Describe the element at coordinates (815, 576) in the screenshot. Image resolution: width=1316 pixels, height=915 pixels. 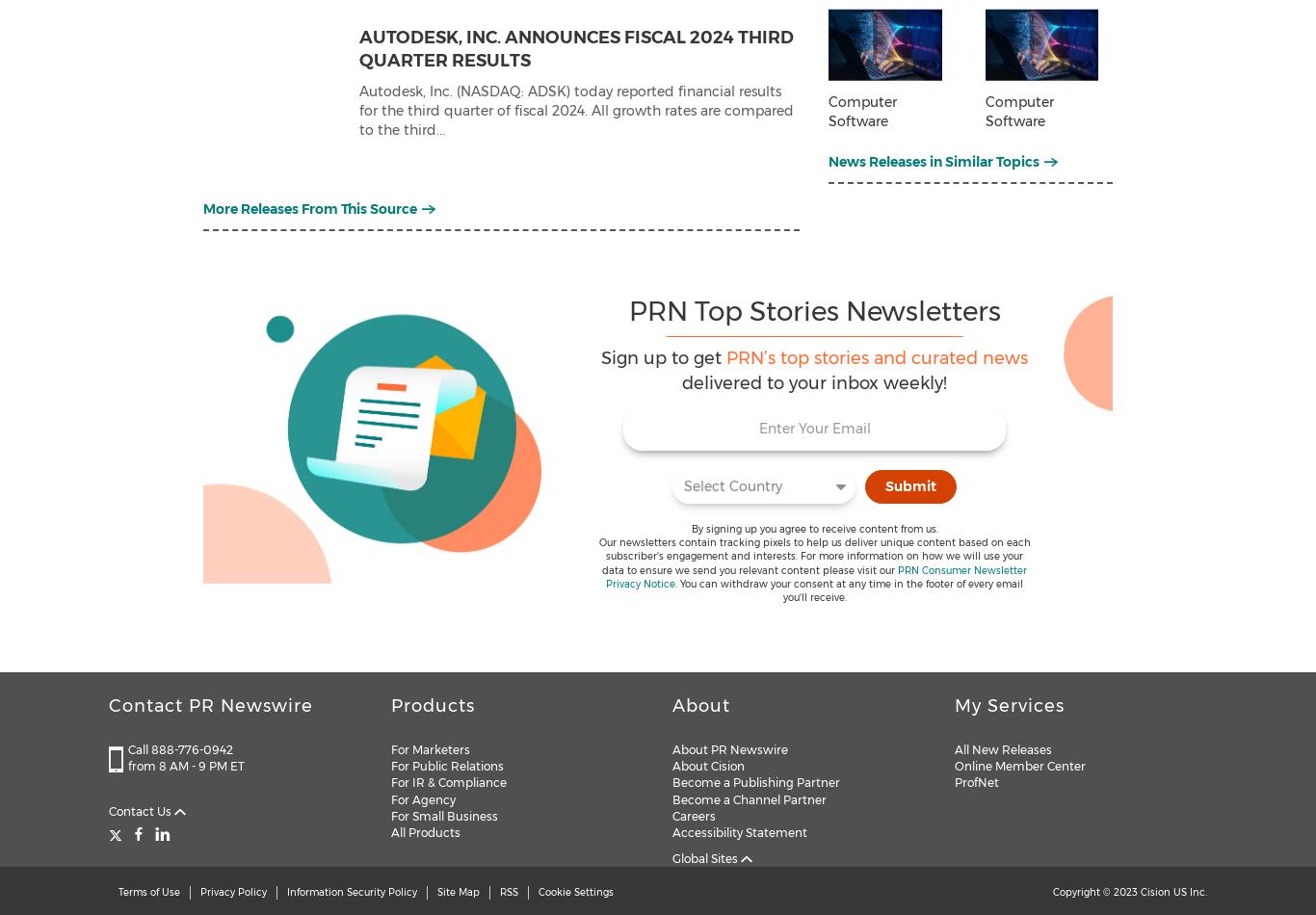
I see `'PRN Consumer Newsletter Privacy Notice'` at that location.